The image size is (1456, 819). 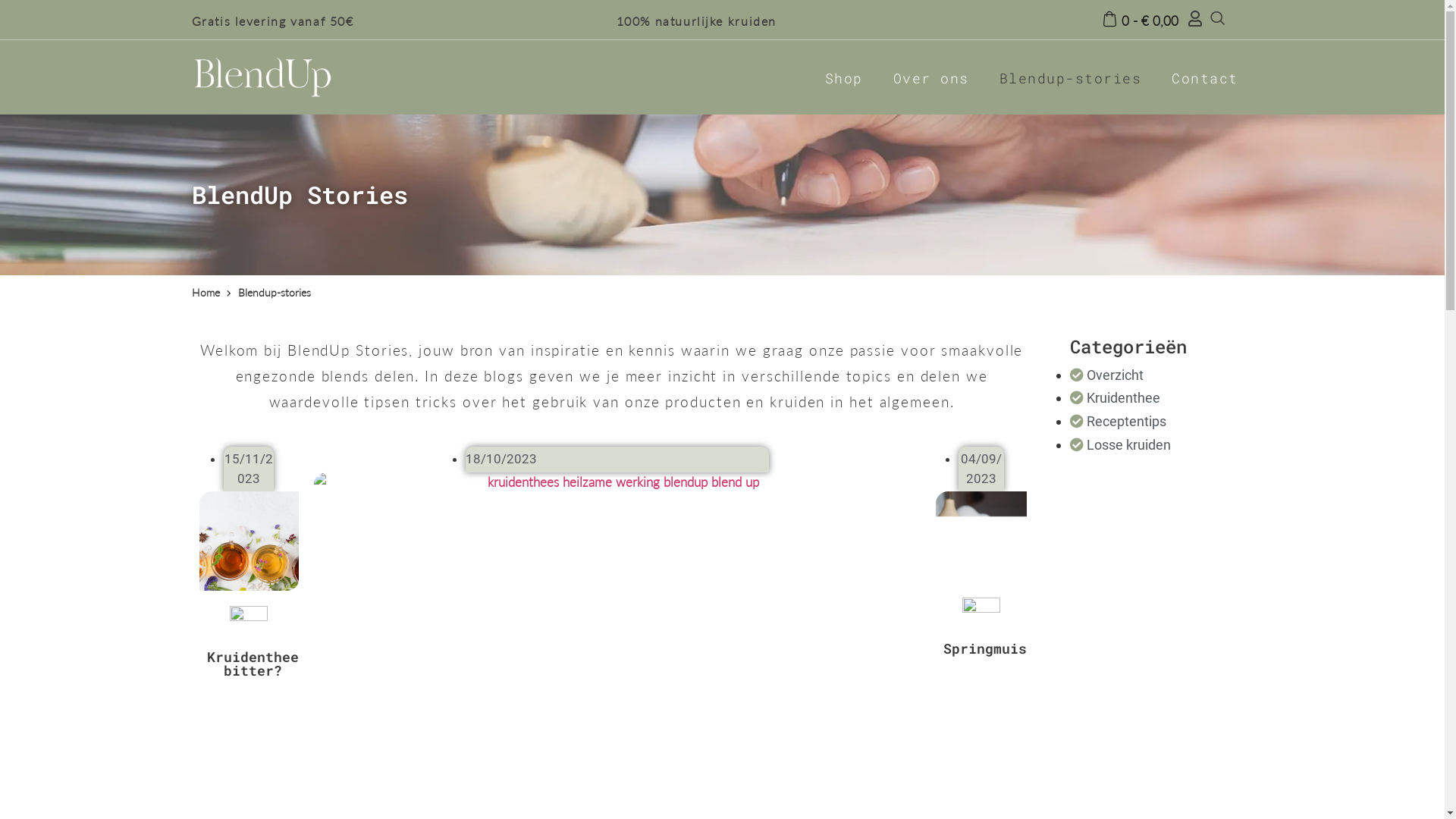 I want to click on '15/11/2023', so click(x=248, y=467).